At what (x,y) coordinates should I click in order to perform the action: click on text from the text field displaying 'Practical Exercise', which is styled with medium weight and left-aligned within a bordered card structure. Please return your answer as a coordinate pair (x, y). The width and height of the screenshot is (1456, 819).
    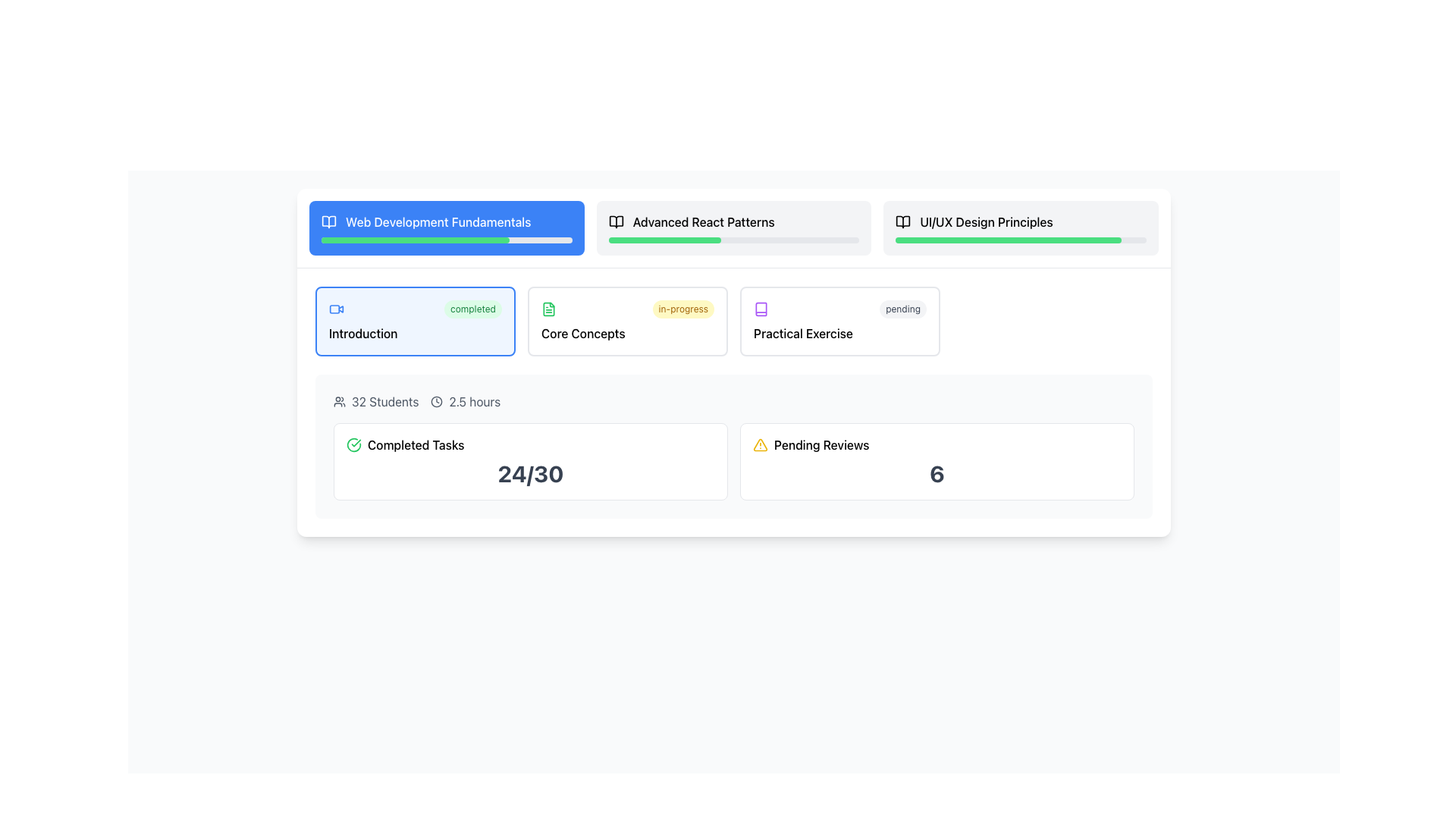
    Looking at the image, I should click on (839, 332).